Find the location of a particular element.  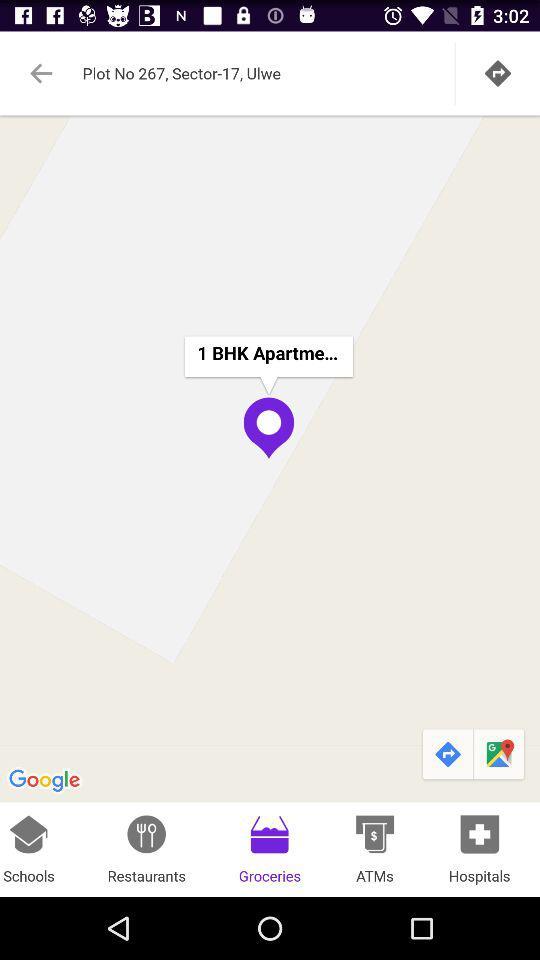

google is located at coordinates (46, 781).